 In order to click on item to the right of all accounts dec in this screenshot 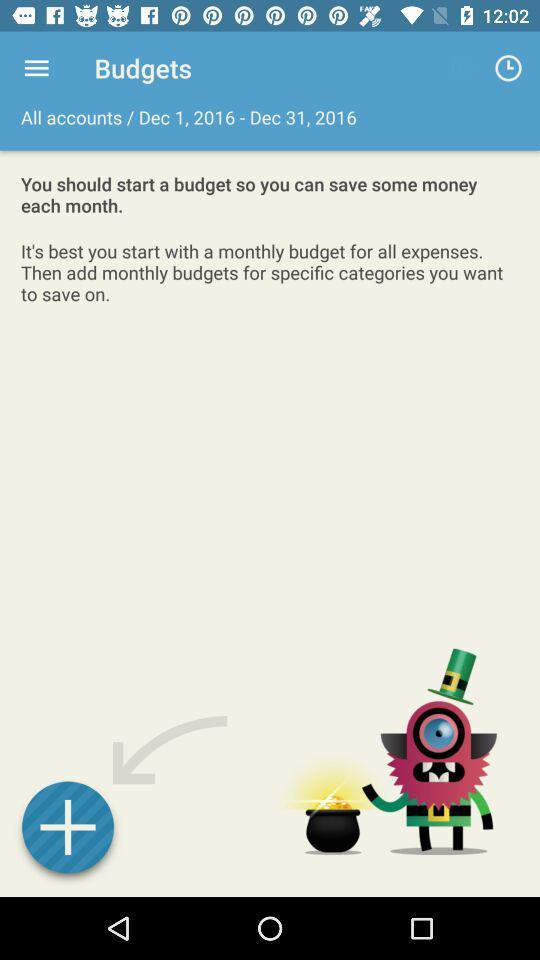, I will do `click(508, 68)`.